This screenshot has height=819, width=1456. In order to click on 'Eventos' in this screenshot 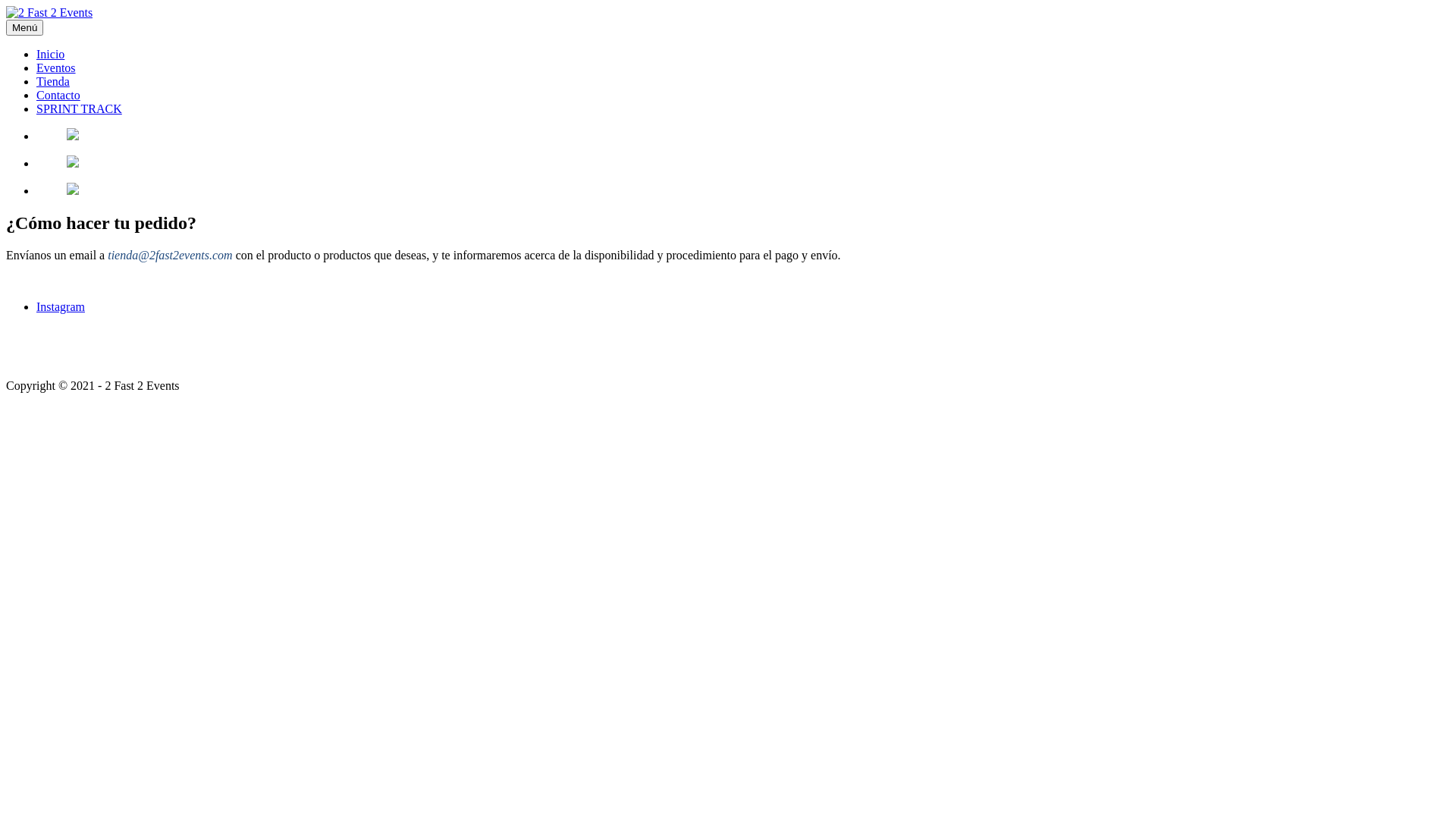, I will do `click(55, 67)`.